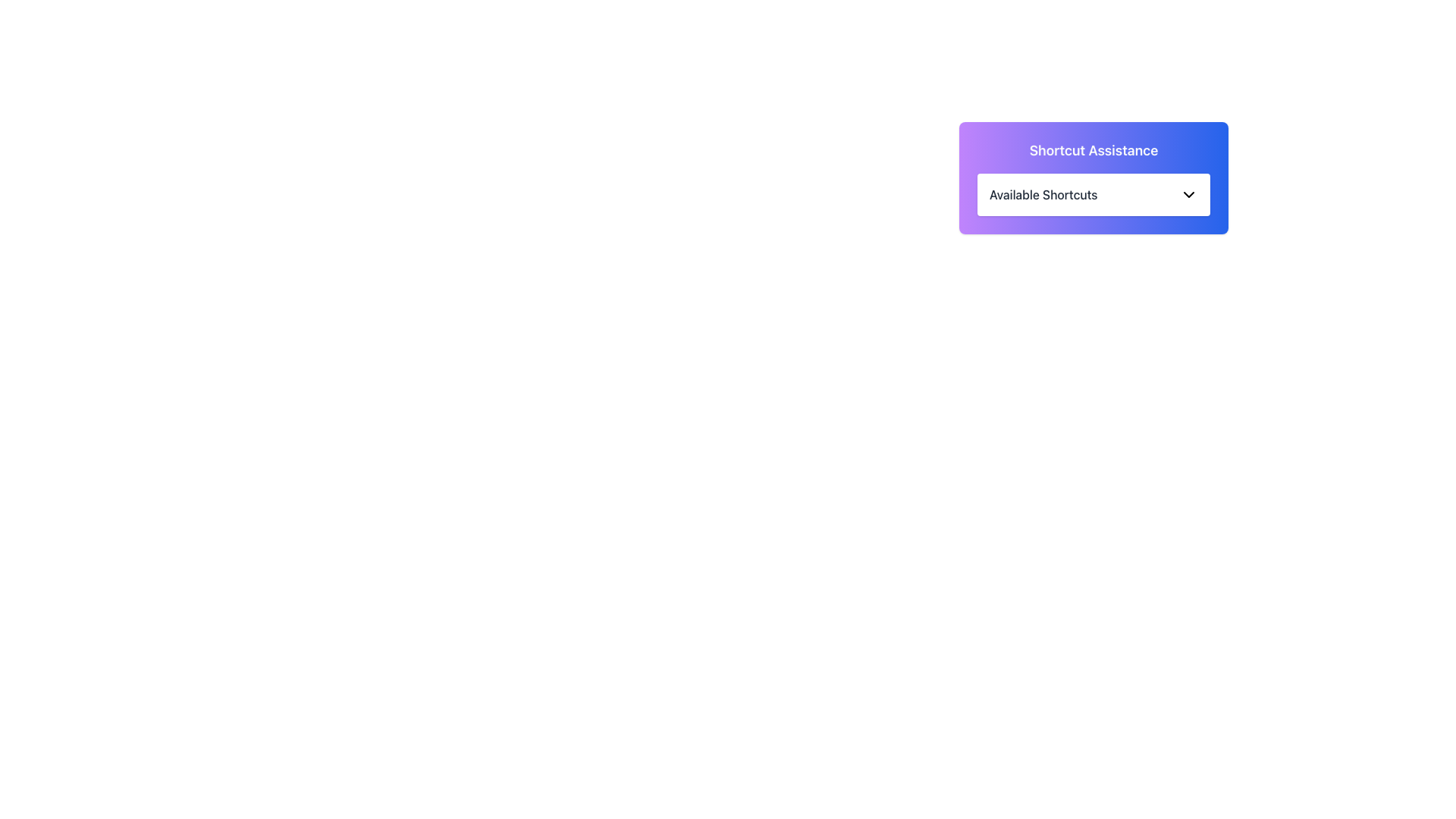  What do you see at coordinates (1094, 194) in the screenshot?
I see `the 'Available Shortcuts' label, which is a dark font text within a white rectangular area` at bounding box center [1094, 194].